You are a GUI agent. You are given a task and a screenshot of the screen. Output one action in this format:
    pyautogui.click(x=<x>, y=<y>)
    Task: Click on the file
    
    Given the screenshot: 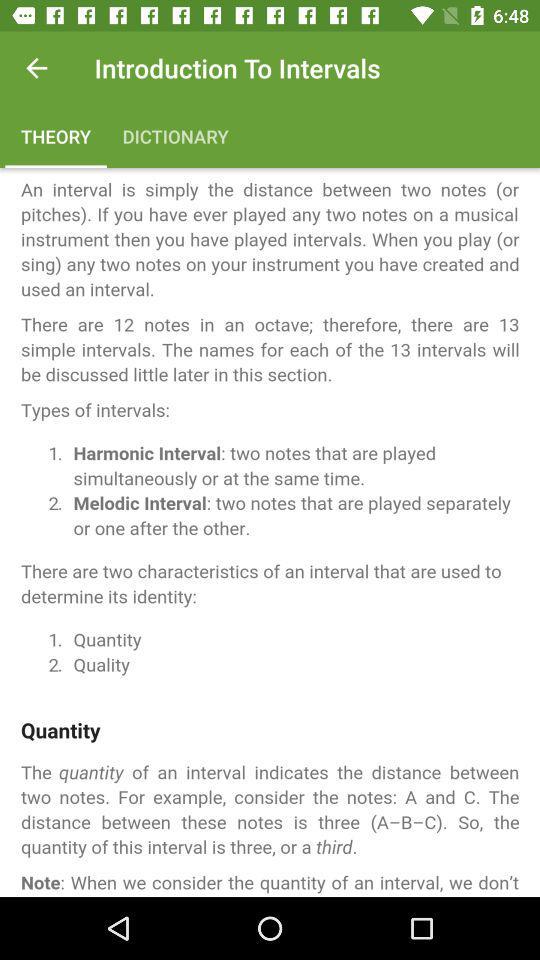 What is the action you would take?
    pyautogui.click(x=270, y=531)
    